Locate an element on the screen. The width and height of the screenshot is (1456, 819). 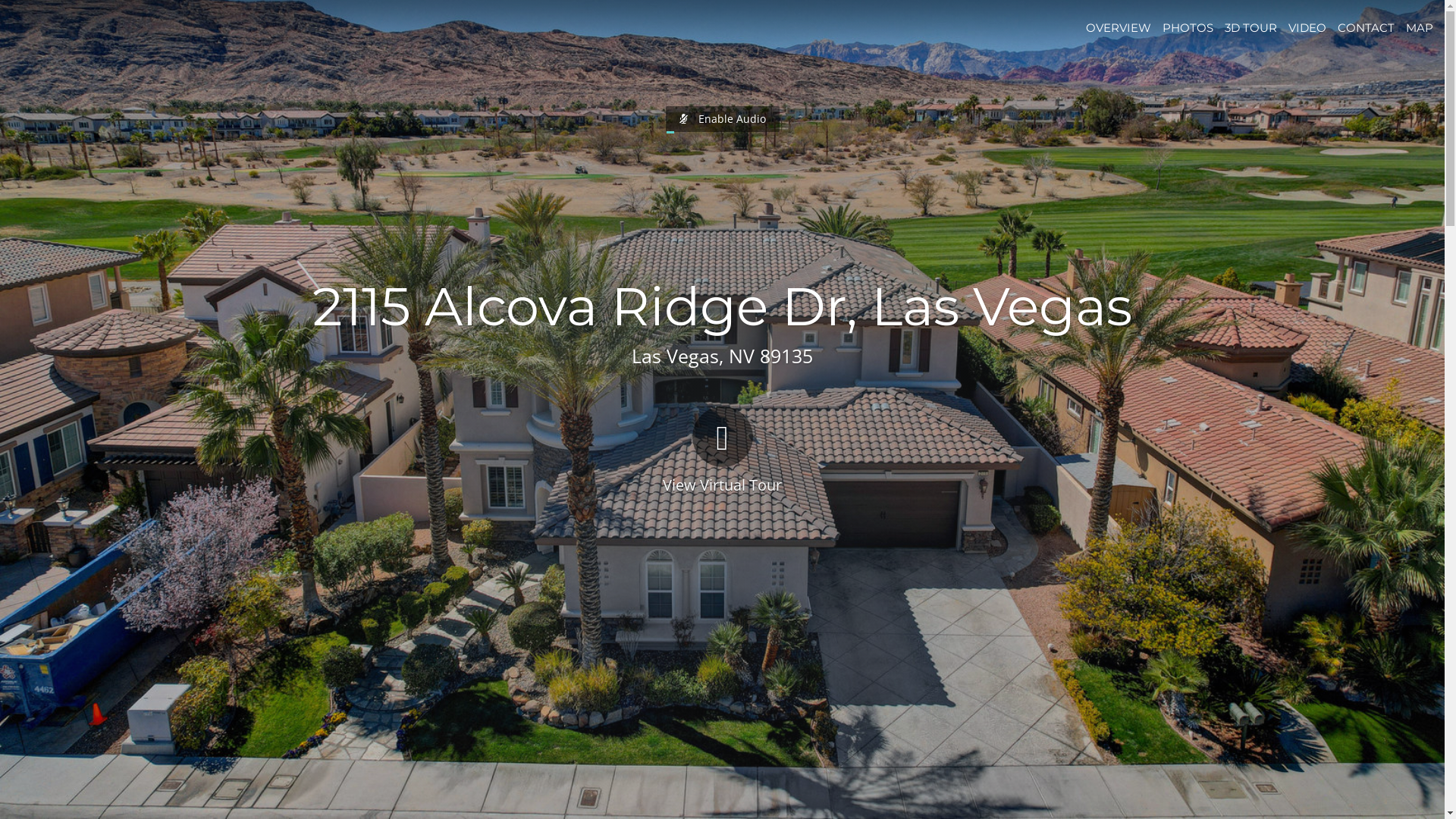
'View Virtual Tour' is located at coordinates (721, 447).